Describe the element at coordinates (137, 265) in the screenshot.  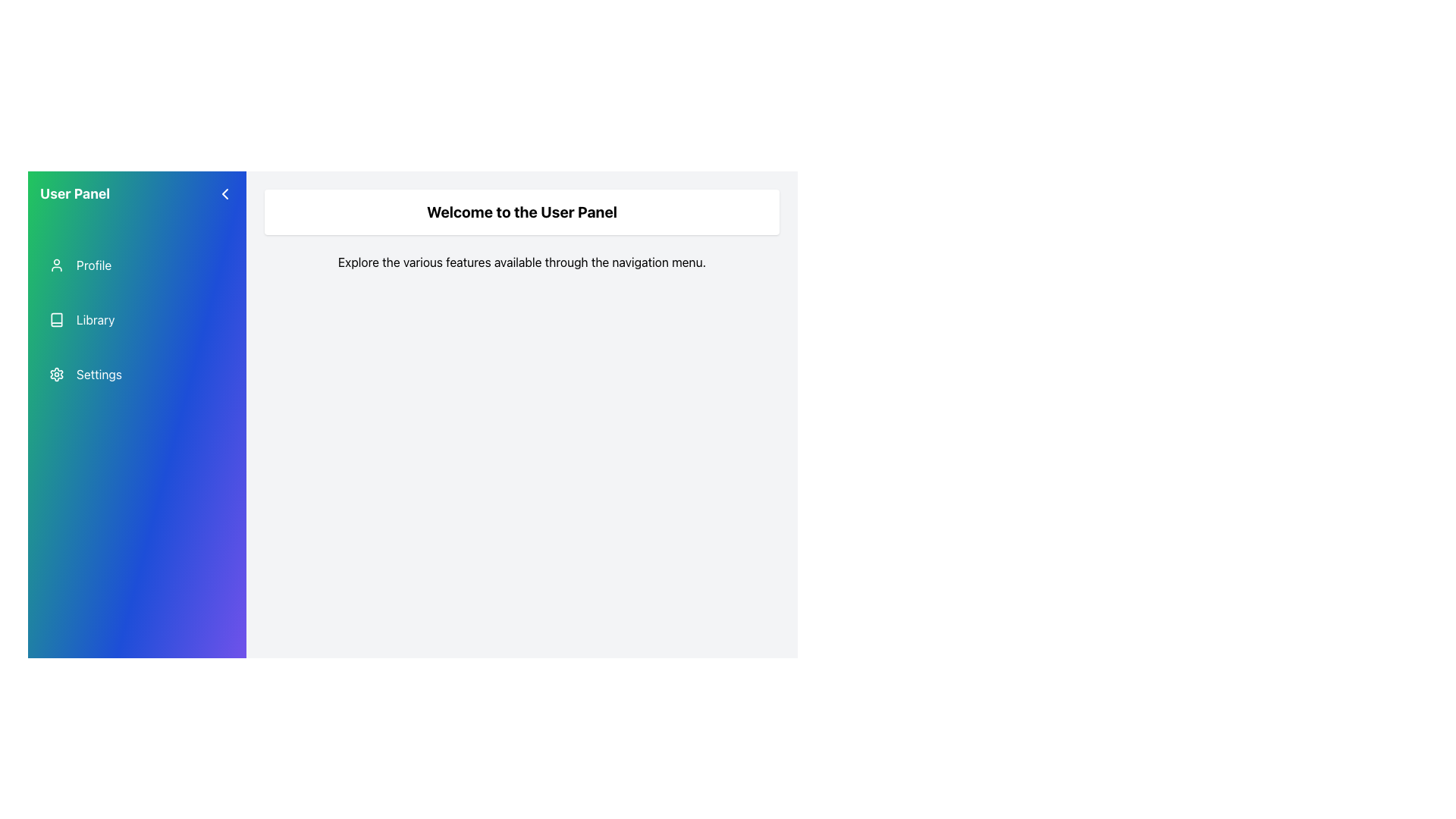
I see `the topmost navigation menu item for the 'Profile' section in the gradient-colored sidebar to apply a hover style` at that location.